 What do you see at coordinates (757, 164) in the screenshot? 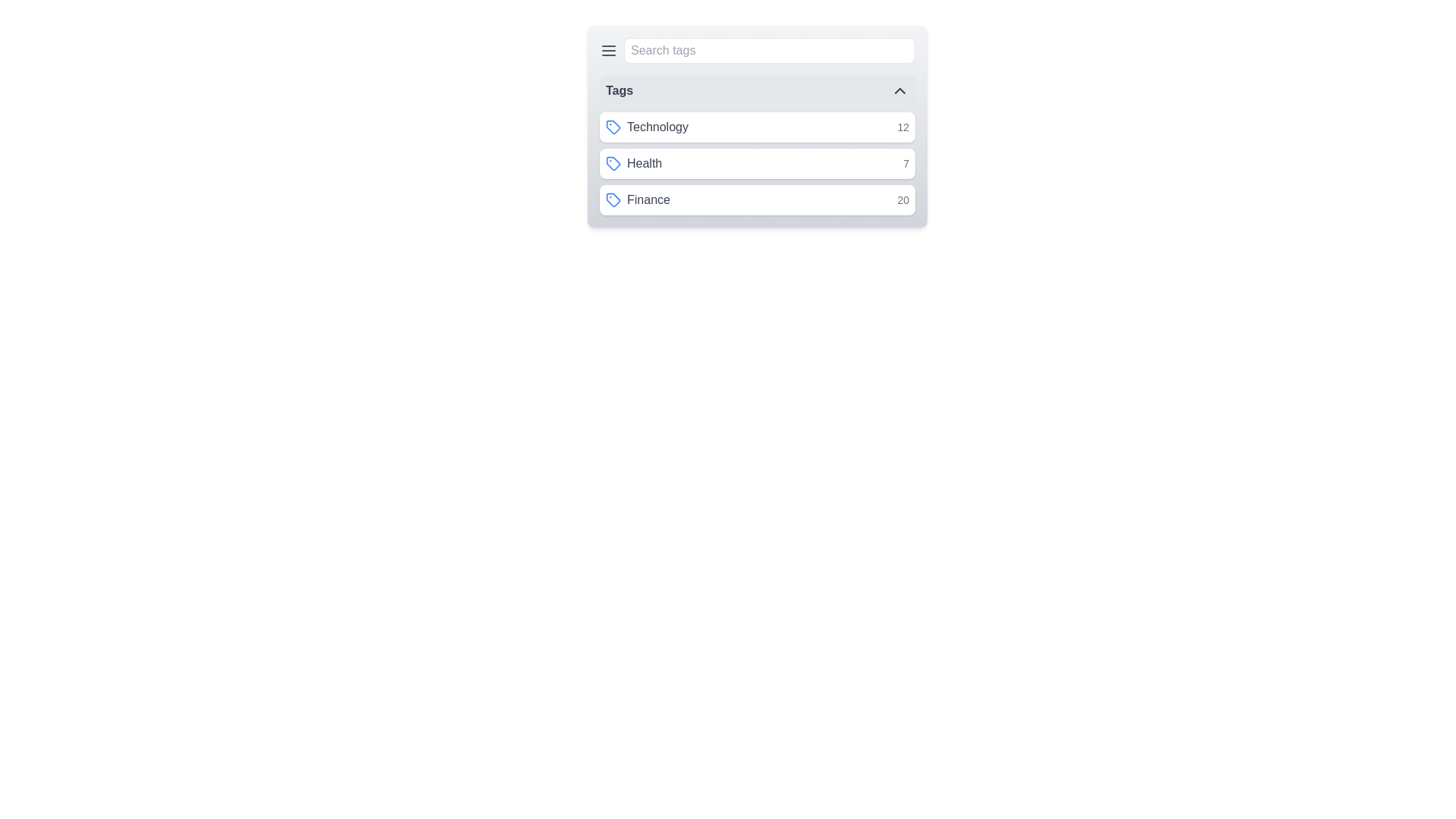
I see `the tag Health from the list` at bounding box center [757, 164].